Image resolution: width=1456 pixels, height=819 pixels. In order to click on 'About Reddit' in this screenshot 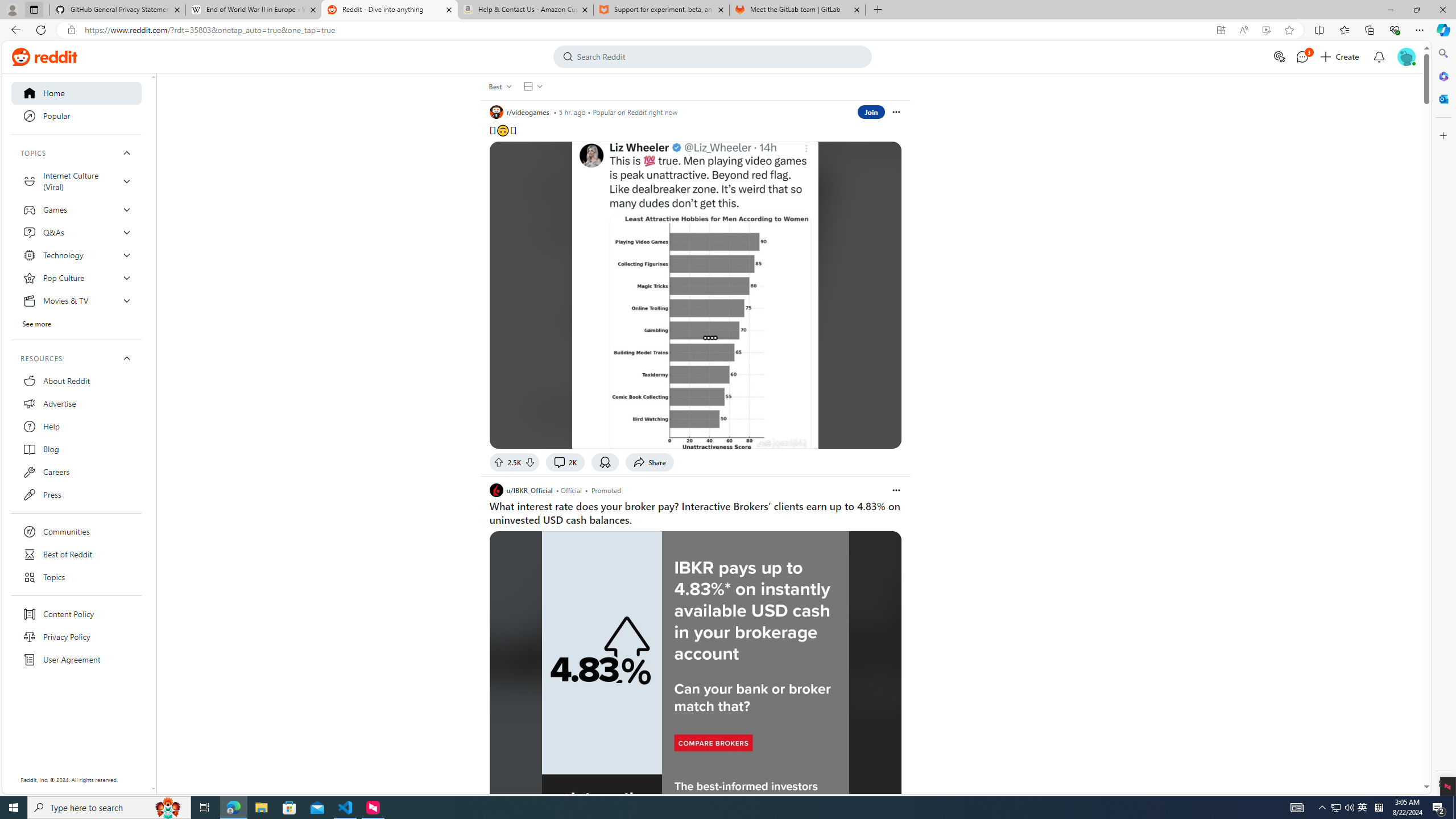, I will do `click(76, 380)`.